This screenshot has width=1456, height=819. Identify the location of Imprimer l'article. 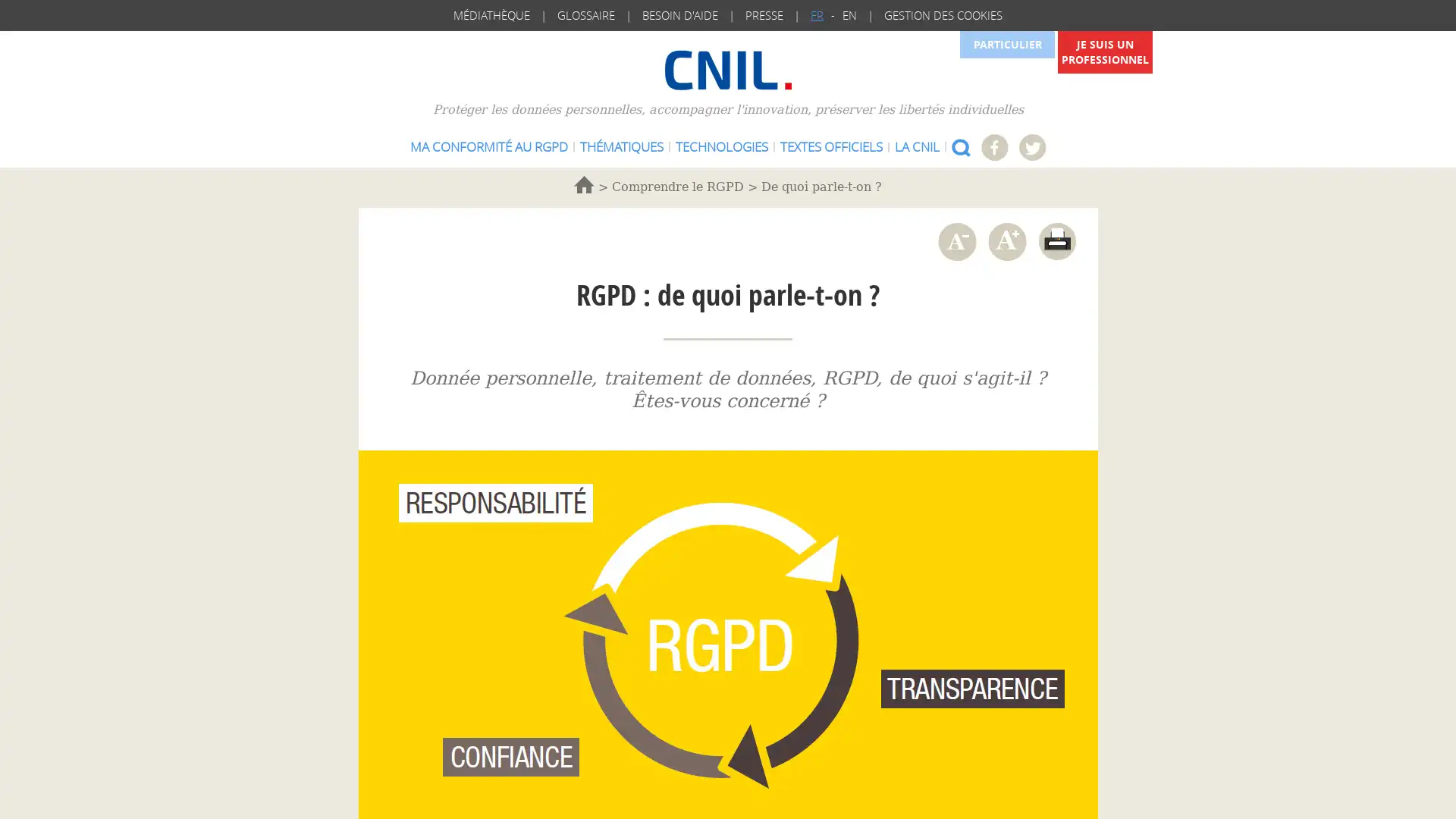
(1056, 240).